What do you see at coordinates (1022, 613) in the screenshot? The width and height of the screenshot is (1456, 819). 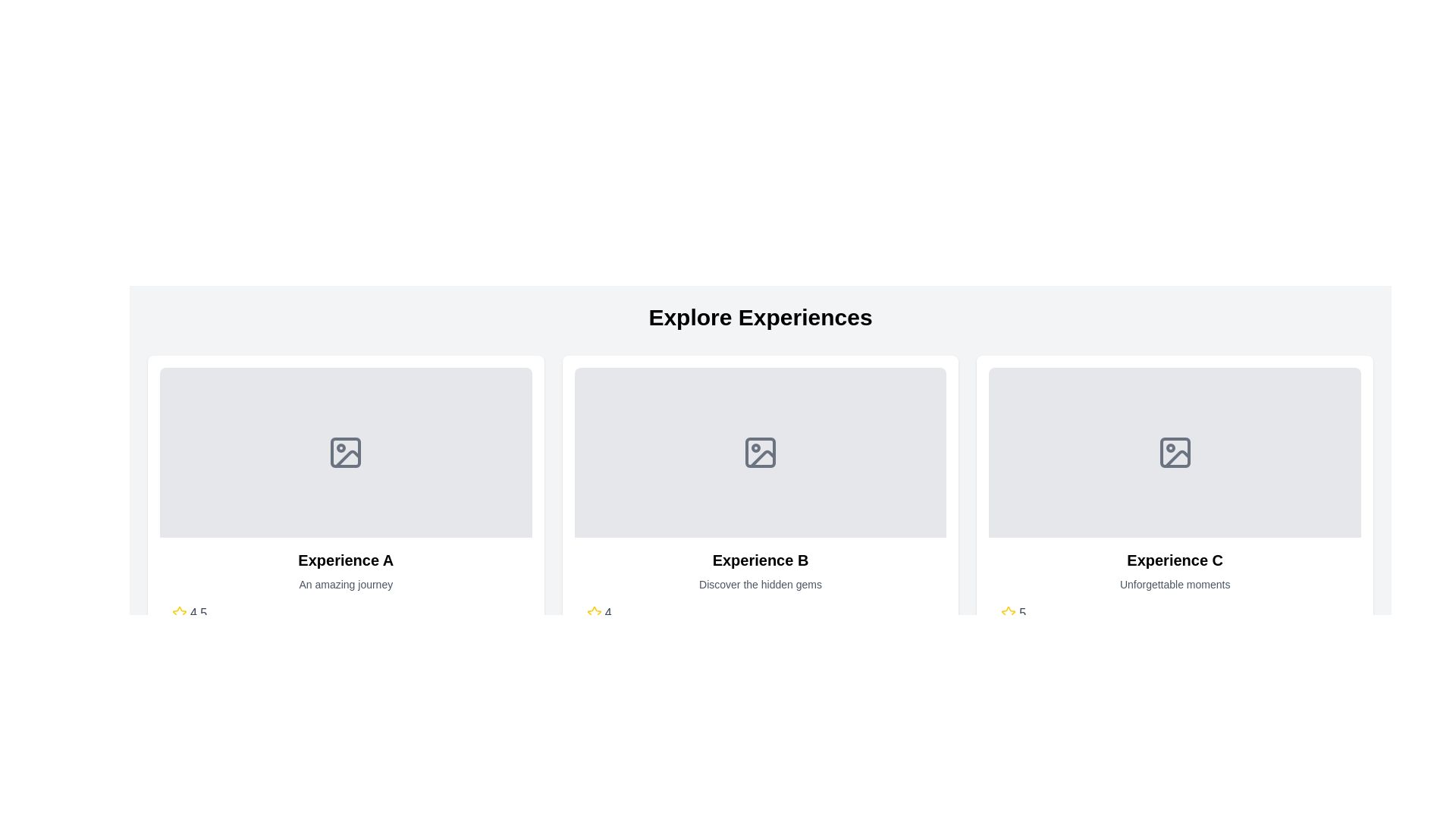 I see `the text label displaying the numeral '5' next to the yellow star icon in the 'Experience C' card layout` at bounding box center [1022, 613].